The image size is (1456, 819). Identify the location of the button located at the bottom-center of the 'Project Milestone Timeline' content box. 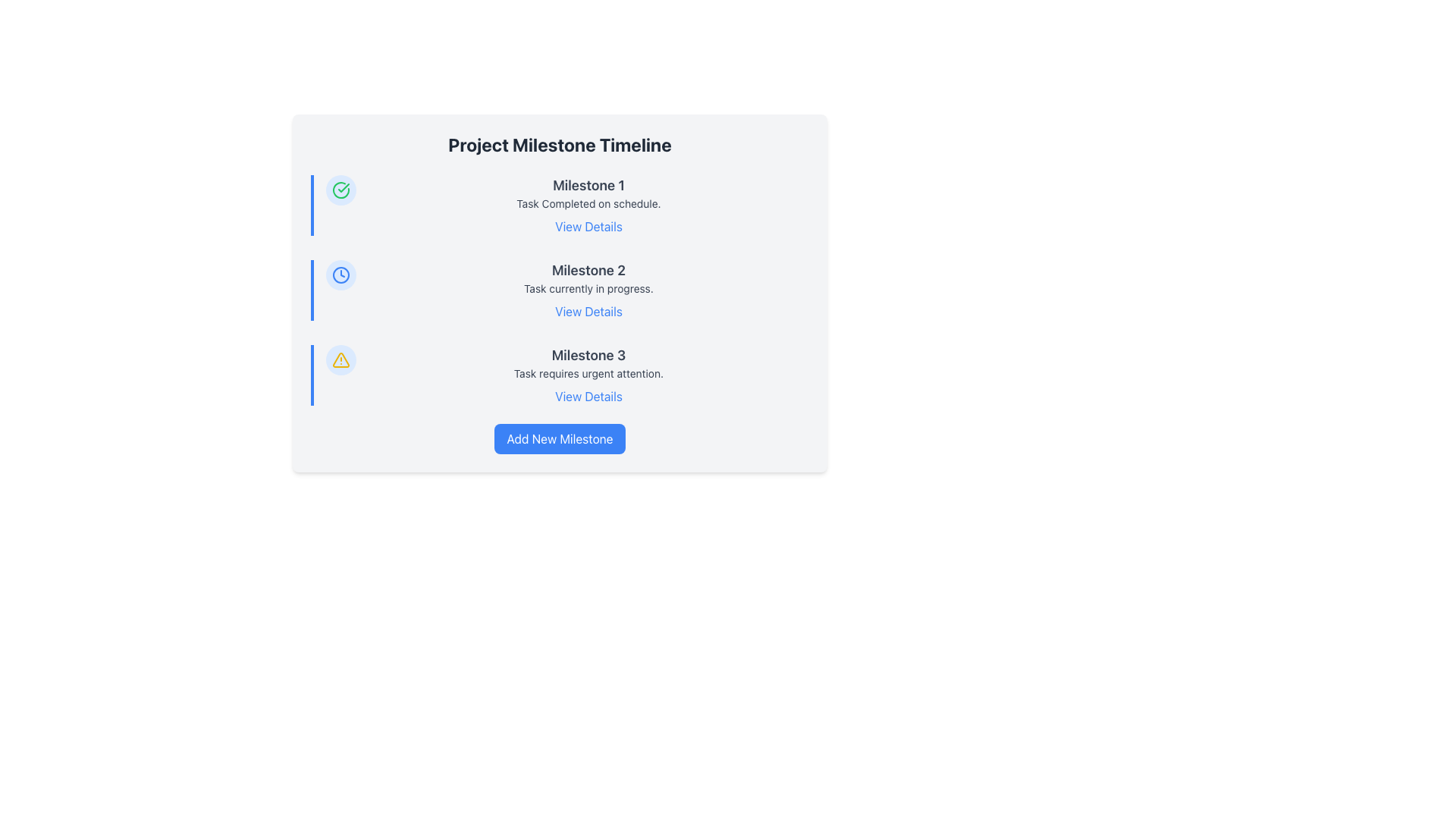
(559, 438).